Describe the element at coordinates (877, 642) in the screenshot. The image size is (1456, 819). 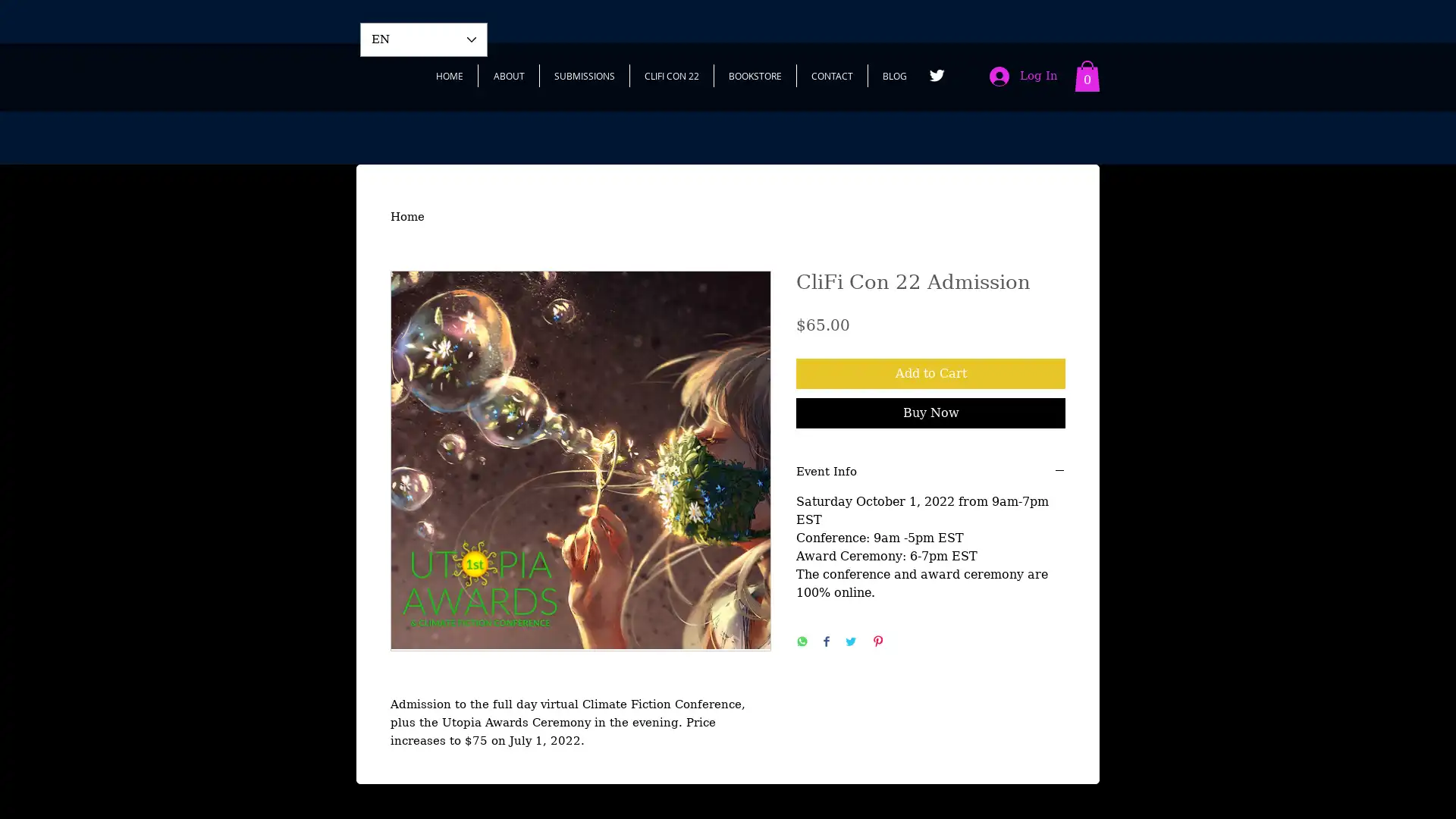
I see `Pin on Pinterest` at that location.